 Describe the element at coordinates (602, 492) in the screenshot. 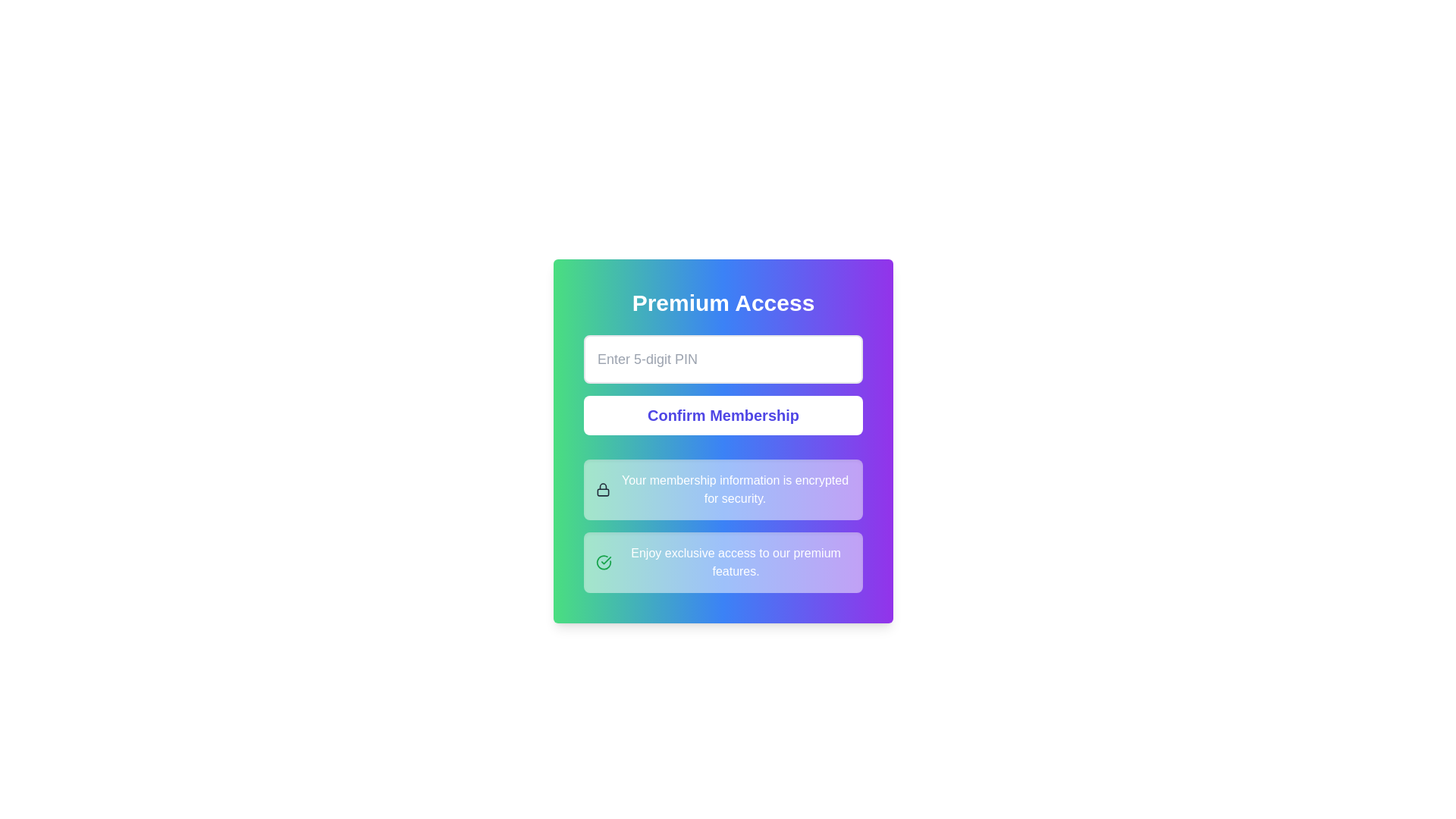

I see `the small rectangular component with rounded corners located towards the bottom-center of the lock icon in the second informational row of the card` at that location.